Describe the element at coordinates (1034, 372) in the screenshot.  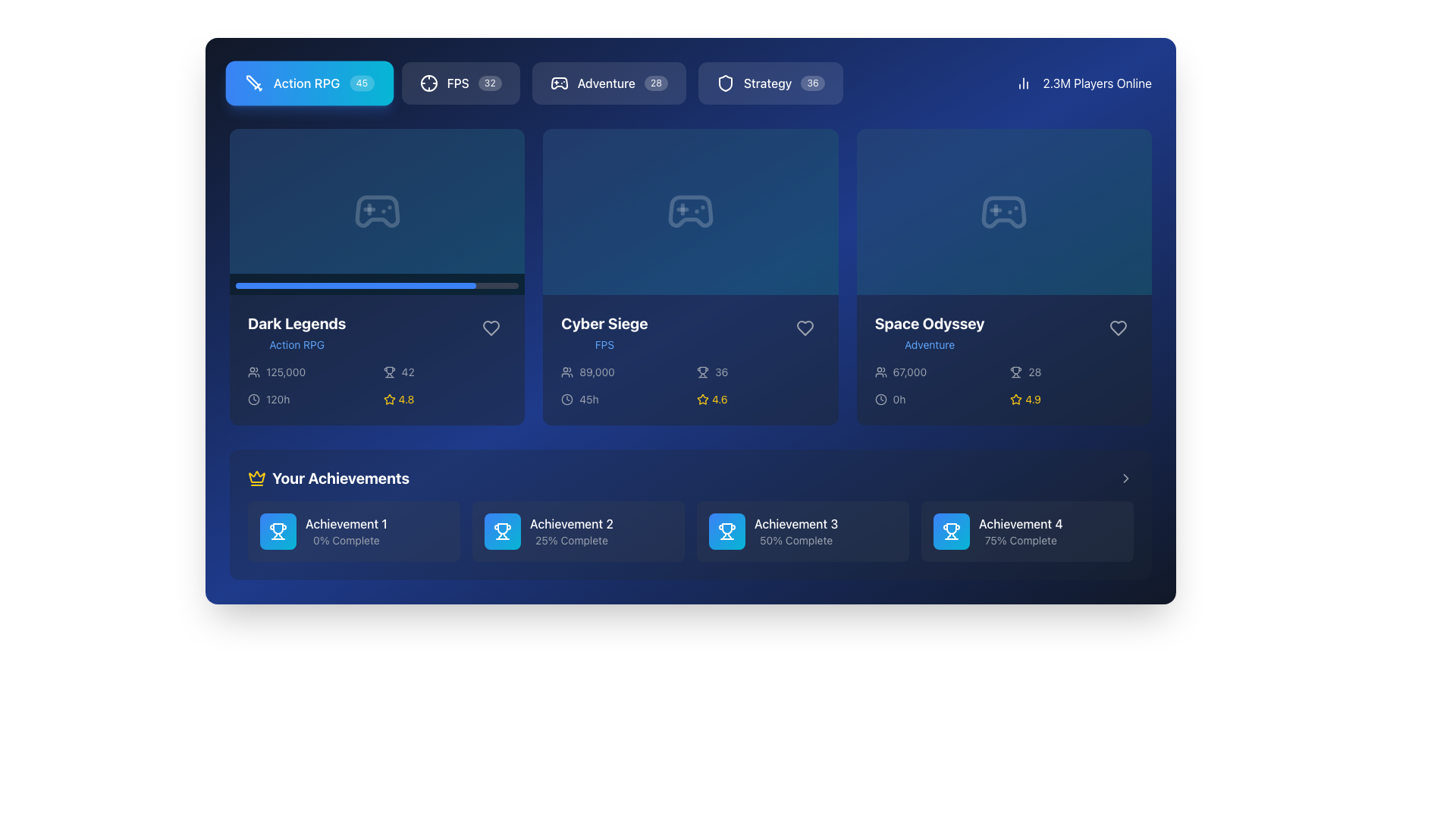
I see `the static text '28' in light gray color indicating a count, located next to the trophy icon on the card labeled 'Space Odyssey'` at that location.